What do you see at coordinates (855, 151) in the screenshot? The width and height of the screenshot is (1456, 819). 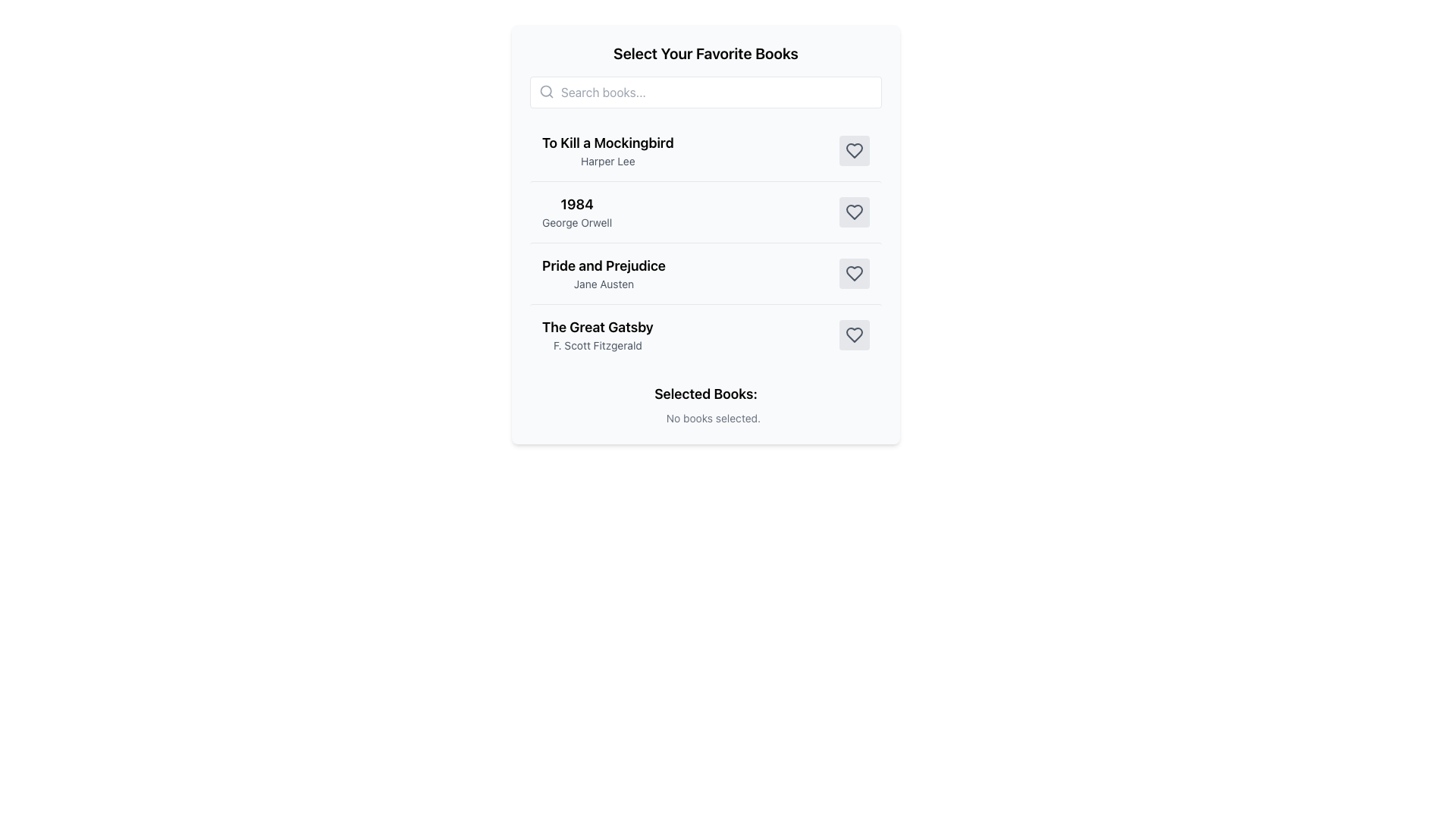 I see `the 'like' or 'favorite' button associated with the book 'To Kill a Mockingbird' by Harper Lee` at bounding box center [855, 151].